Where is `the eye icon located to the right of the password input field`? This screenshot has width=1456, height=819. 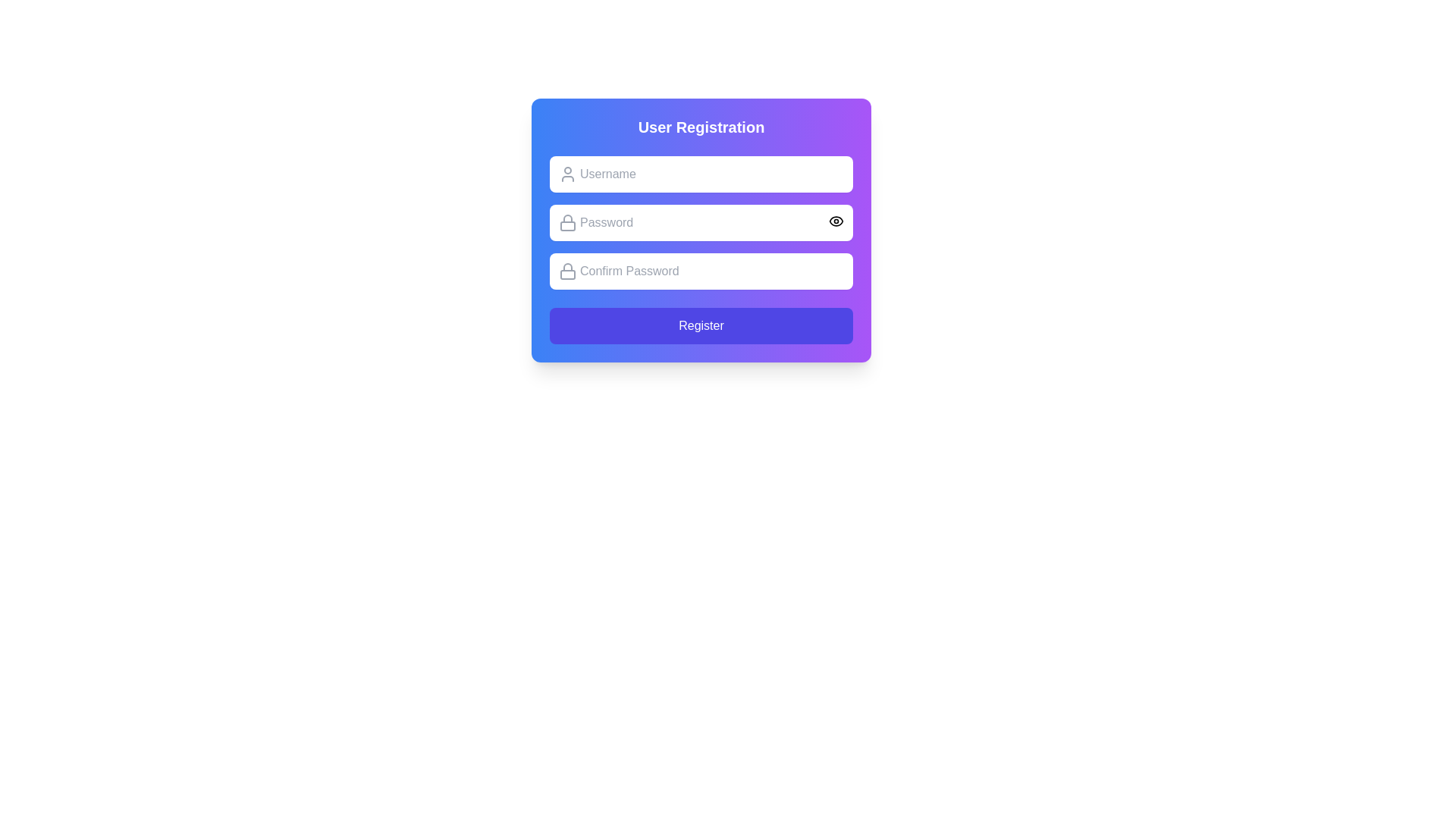
the eye icon located to the right of the password input field is located at coordinates (836, 221).